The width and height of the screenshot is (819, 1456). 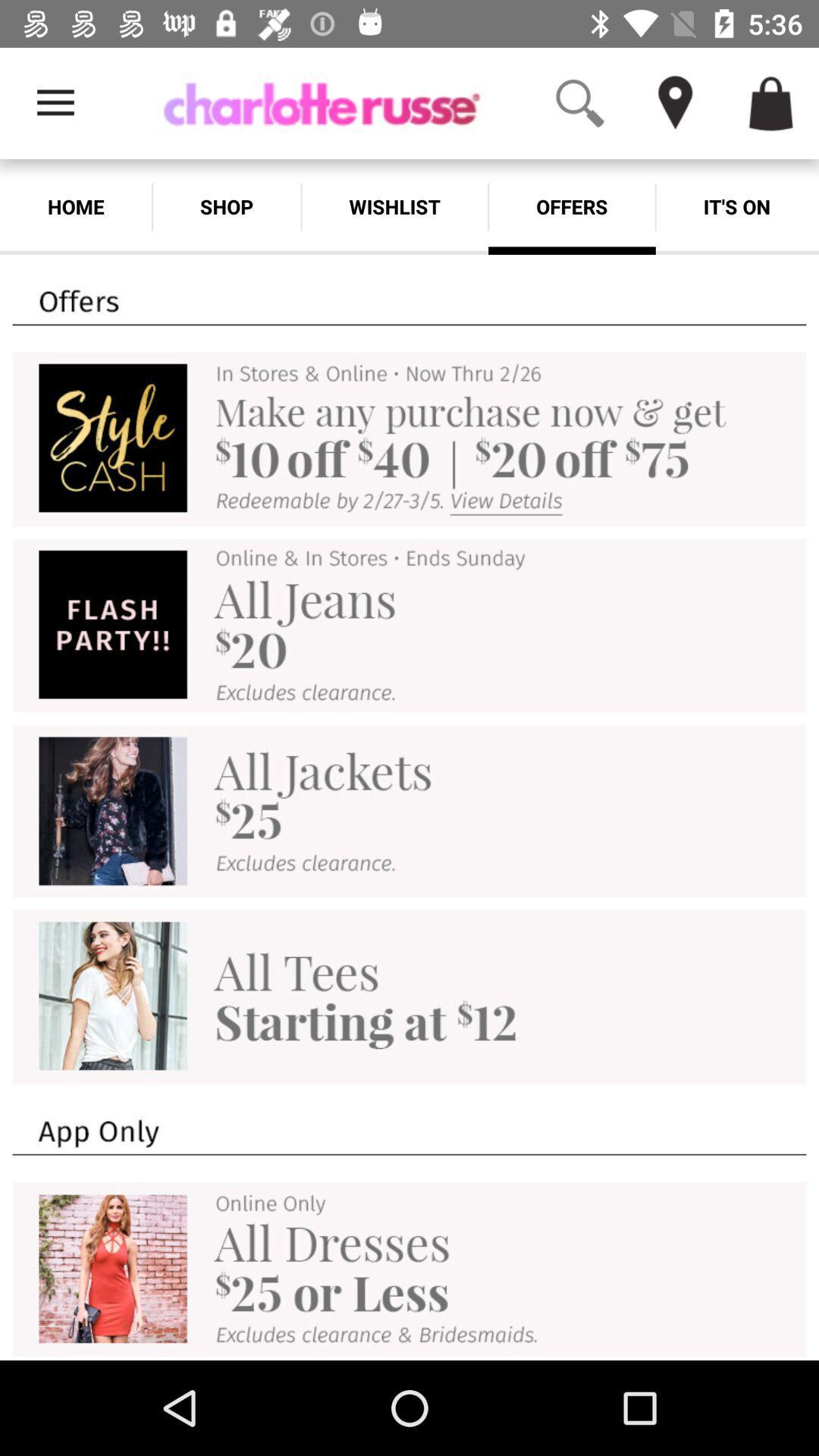 What do you see at coordinates (227, 206) in the screenshot?
I see `the shop item` at bounding box center [227, 206].